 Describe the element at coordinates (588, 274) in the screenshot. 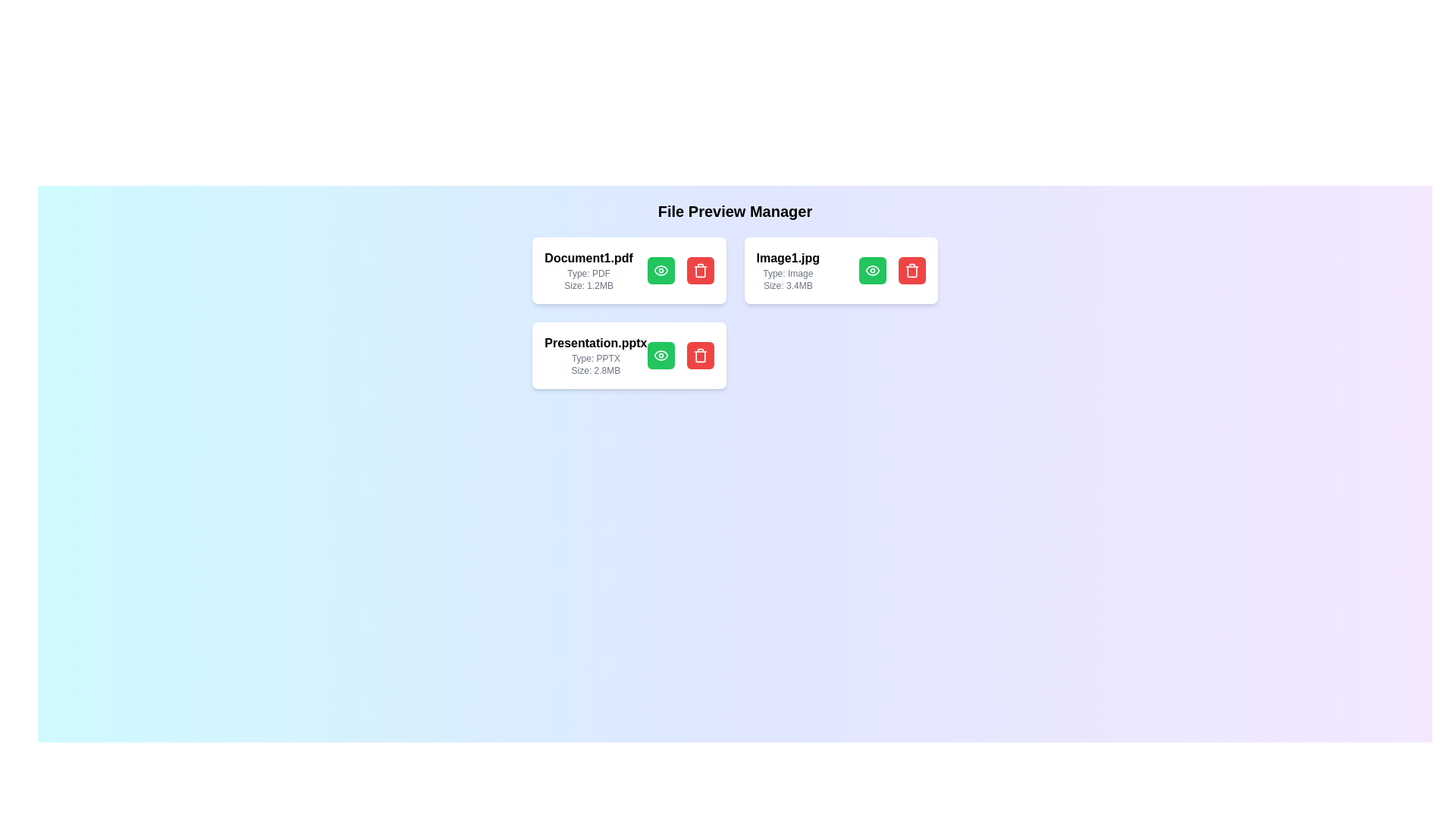

I see `text label indicating the file type of the document, which is positioned below 'Document1.pdf' and above 'Size: 1.2MB'` at that location.